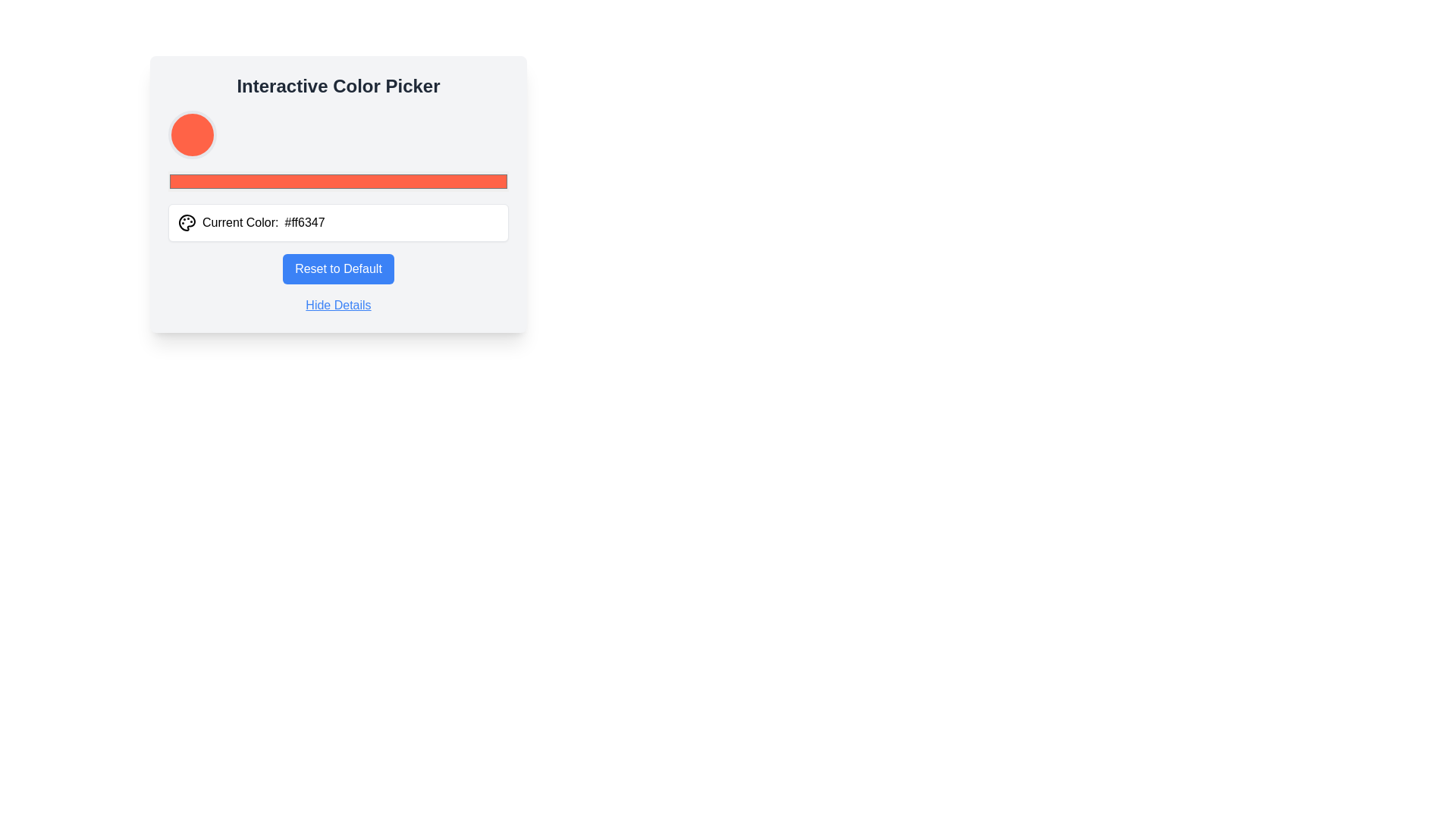  What do you see at coordinates (354, 180) in the screenshot?
I see `the slider value` at bounding box center [354, 180].